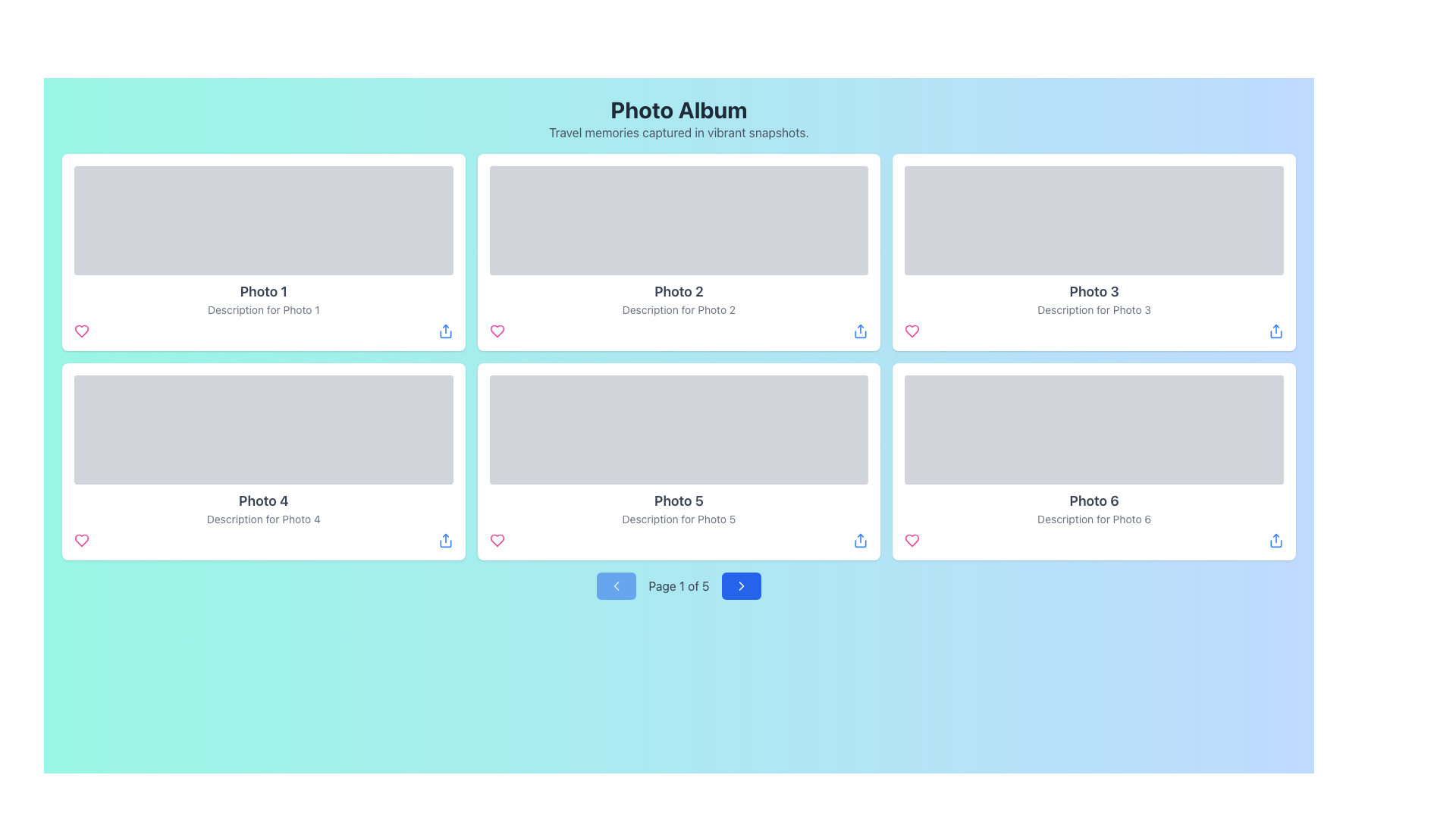 The height and width of the screenshot is (819, 1456). Describe the element at coordinates (1276, 540) in the screenshot. I see `the share button located at the bottom right corner of the photo grid layout` at that location.